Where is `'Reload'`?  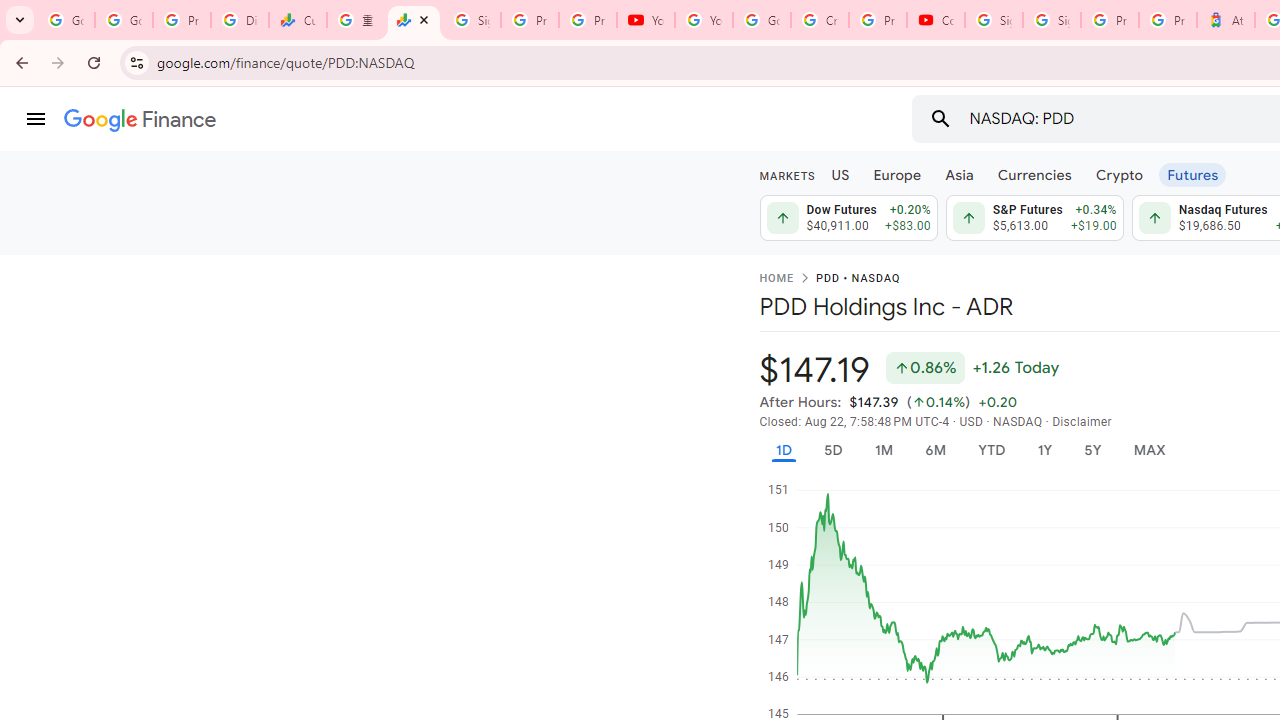 'Reload' is located at coordinates (93, 61).